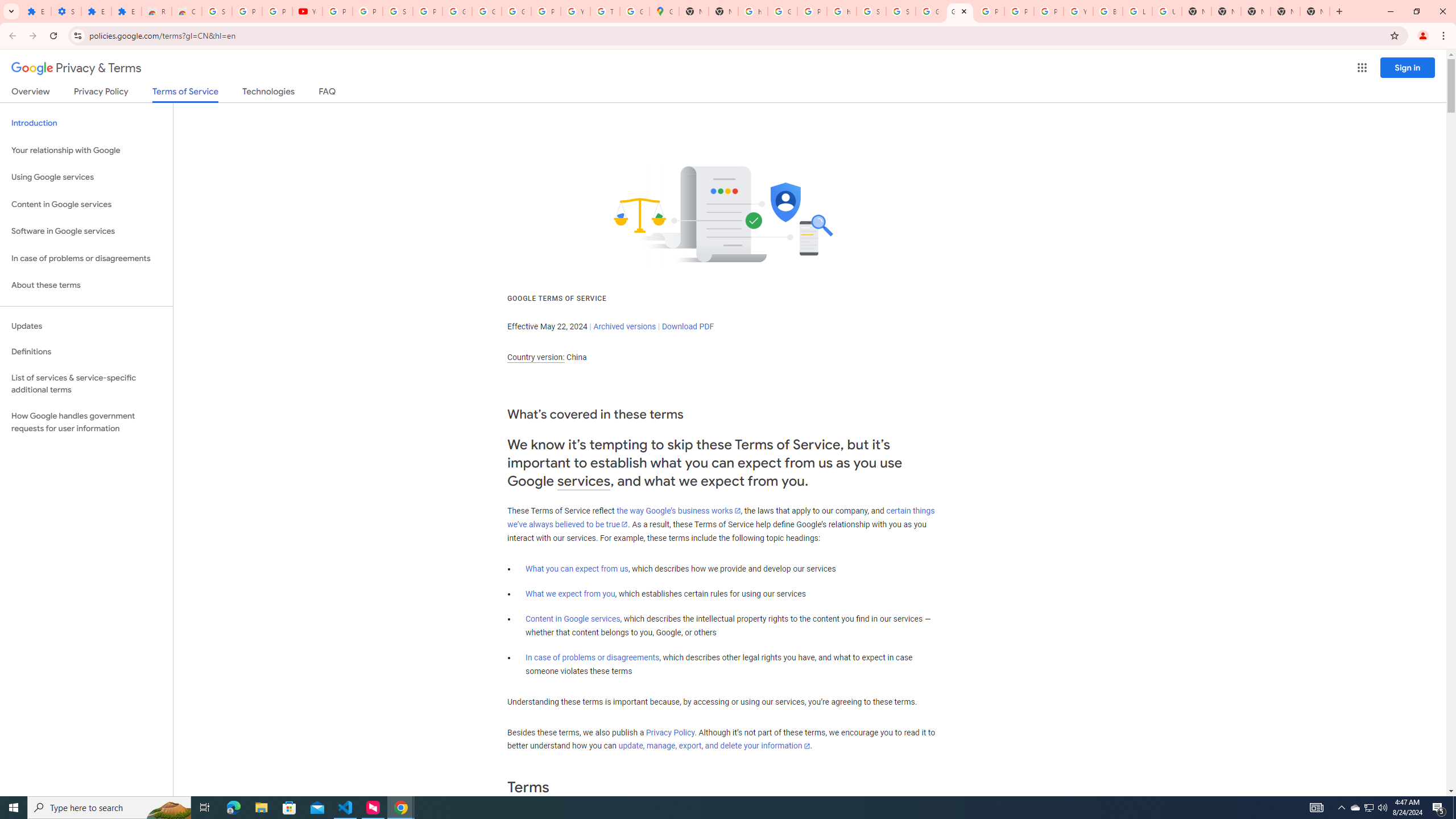  What do you see at coordinates (86, 176) in the screenshot?
I see `'Using Google services'` at bounding box center [86, 176].